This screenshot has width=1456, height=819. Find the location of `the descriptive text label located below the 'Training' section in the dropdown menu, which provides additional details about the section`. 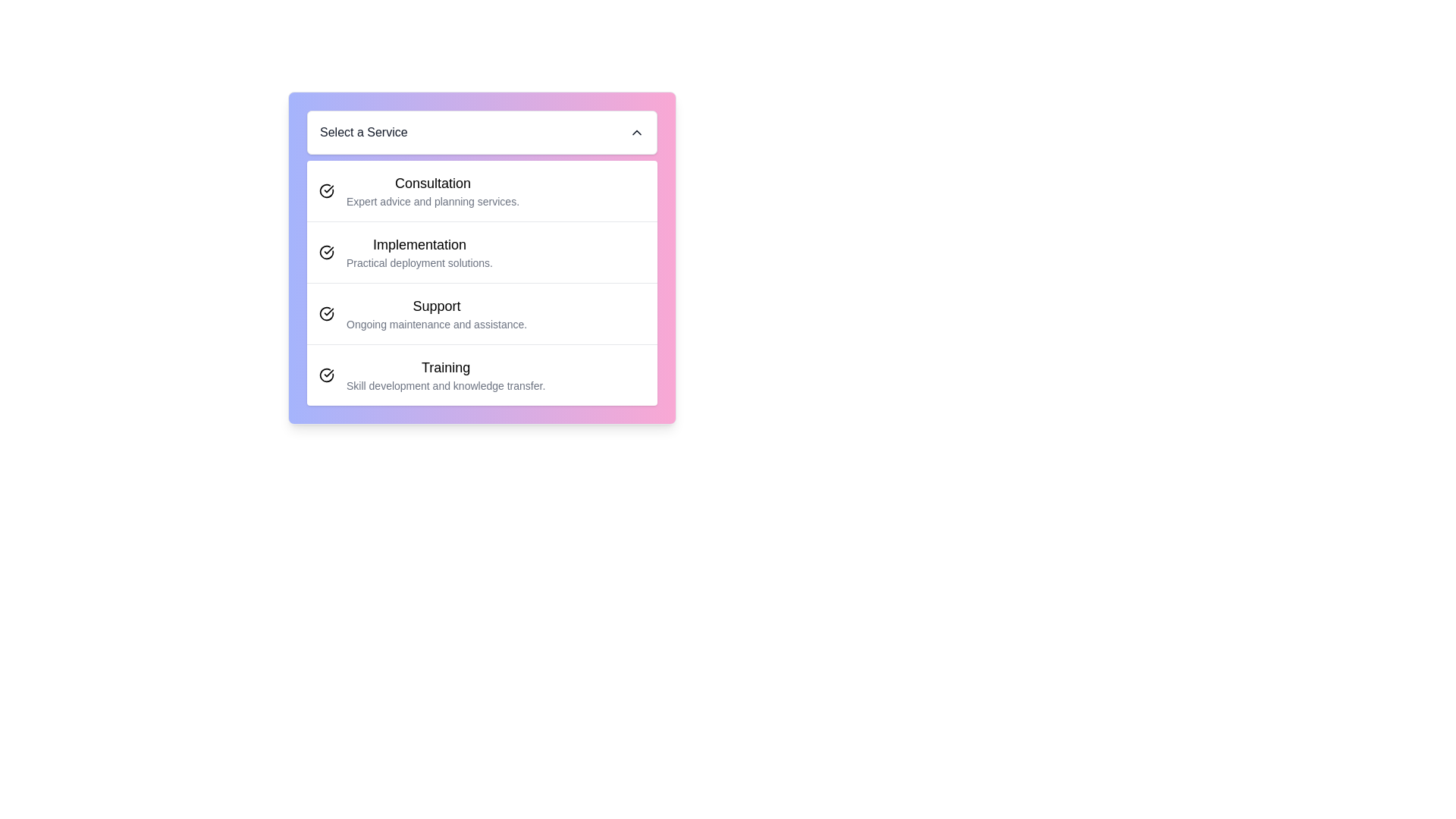

the descriptive text label located below the 'Training' section in the dropdown menu, which provides additional details about the section is located at coordinates (445, 385).